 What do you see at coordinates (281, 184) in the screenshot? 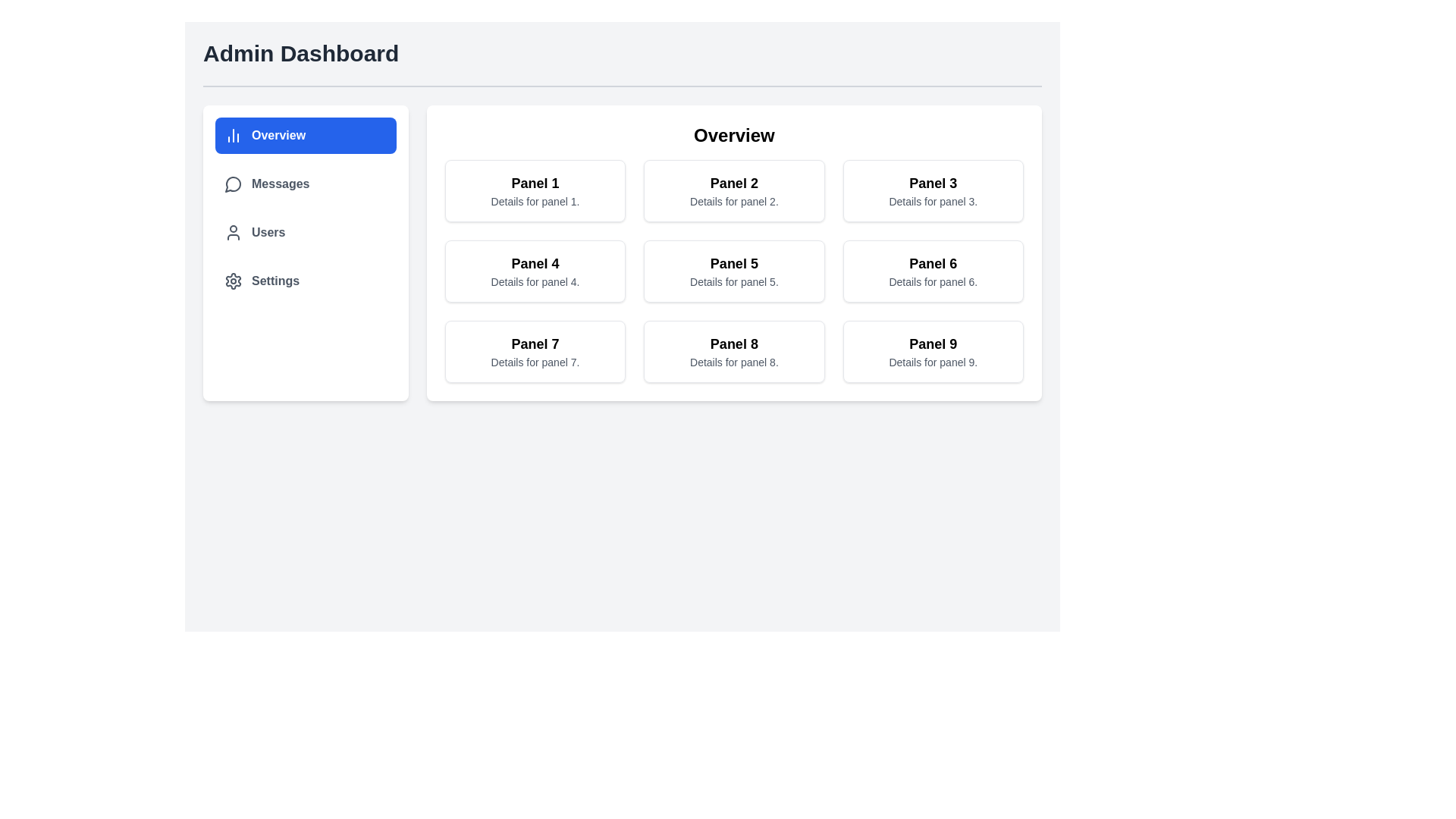
I see `label of the navigation item for messages located in the sidebar menu, positioned below 'Overview' and above 'Users', with a speech bubble icon prefix` at bounding box center [281, 184].